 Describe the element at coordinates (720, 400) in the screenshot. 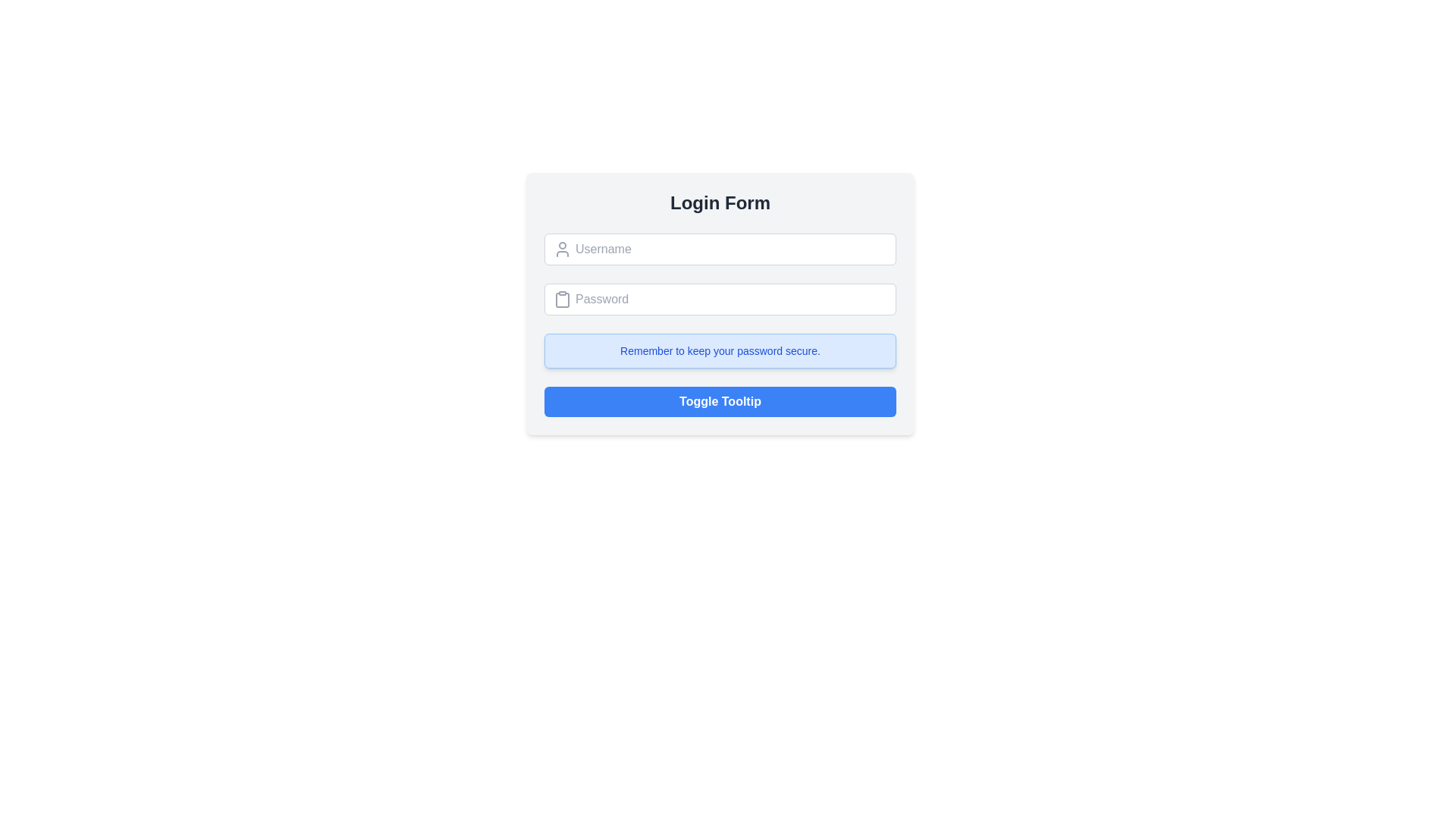

I see `the 'Toggle Tooltip' button, which is centrally aligned in the 'Login Form' and has a blue background with bold white text, to observe the hover effect` at that location.